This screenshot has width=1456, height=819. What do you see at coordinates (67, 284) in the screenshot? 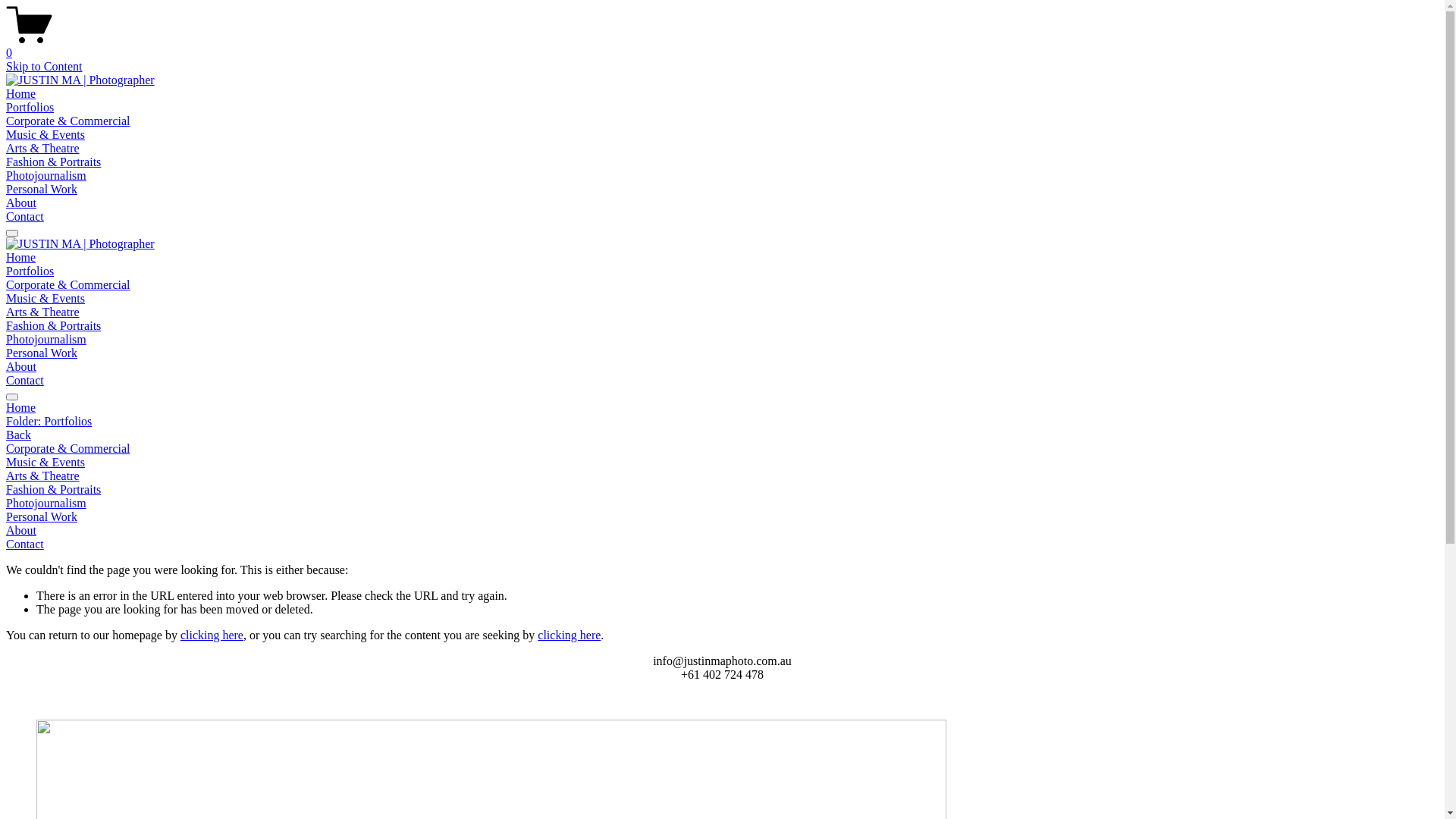
I see `'Corporate & Commercial'` at bounding box center [67, 284].